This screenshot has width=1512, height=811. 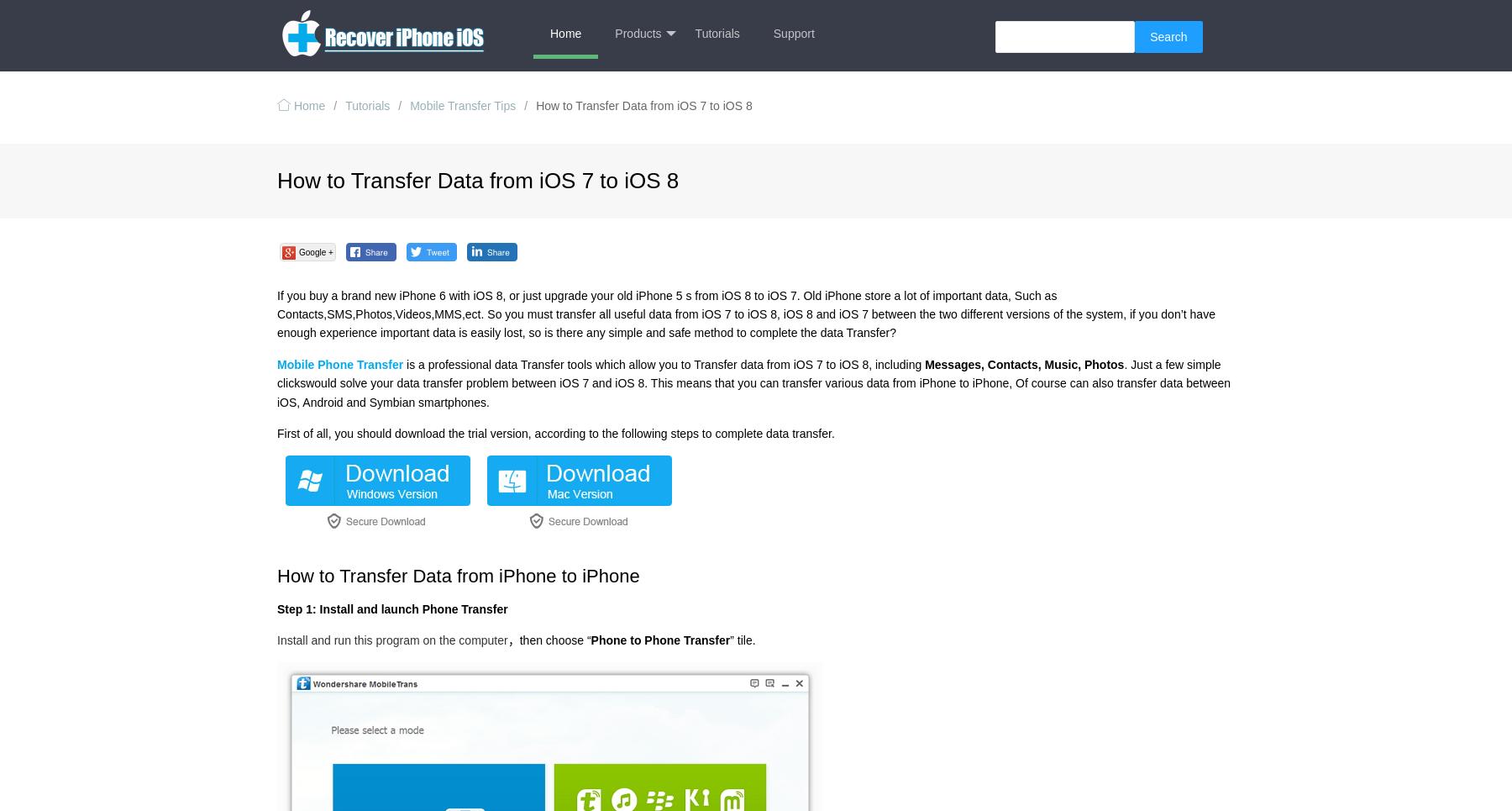 What do you see at coordinates (555, 433) in the screenshot?
I see `'First of all, you should download the trial version, according to the following steps to complete data transfer.'` at bounding box center [555, 433].